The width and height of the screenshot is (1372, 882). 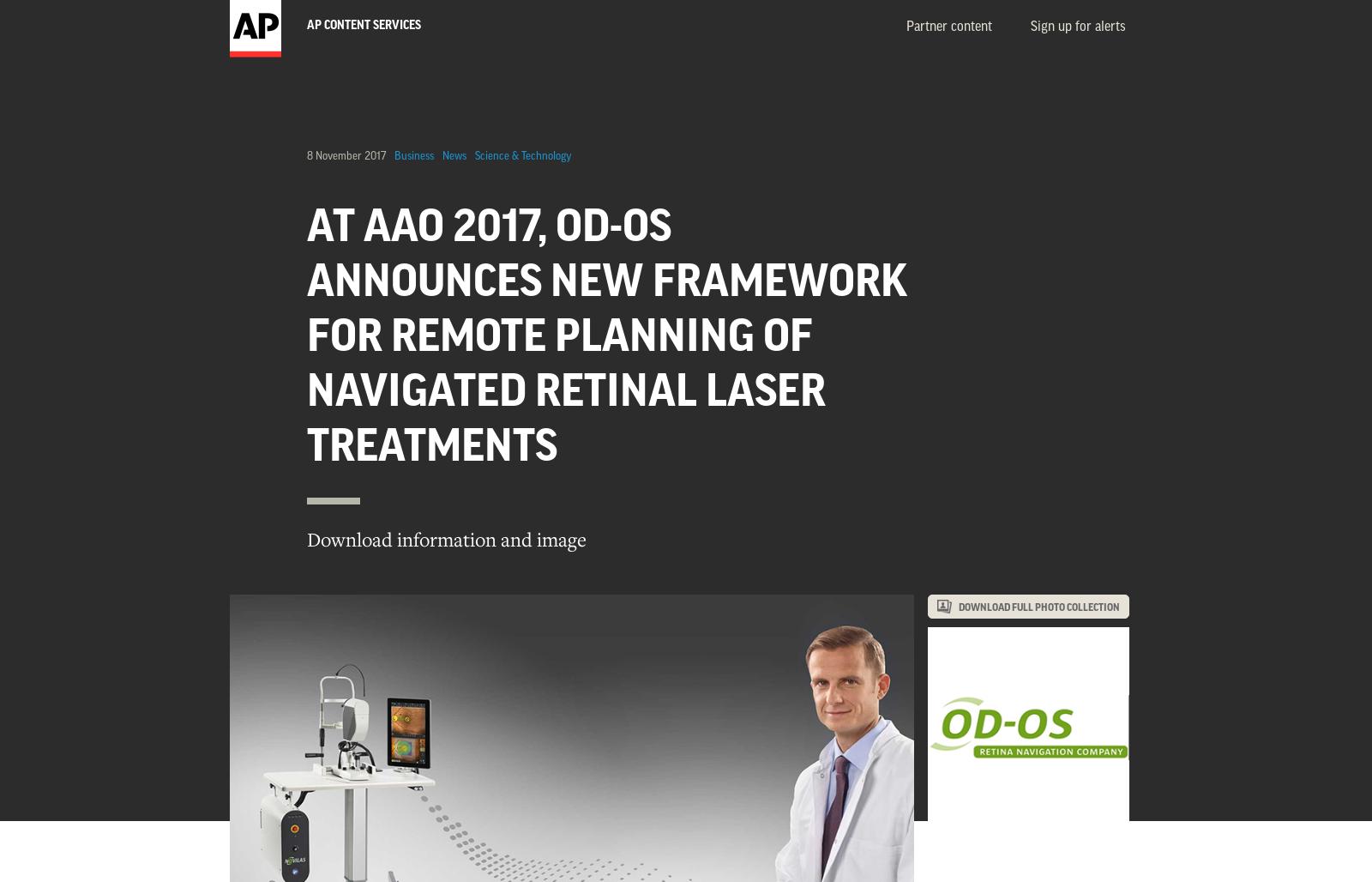 I want to click on 'AP CONTENT SERVICES', so click(x=305, y=26).